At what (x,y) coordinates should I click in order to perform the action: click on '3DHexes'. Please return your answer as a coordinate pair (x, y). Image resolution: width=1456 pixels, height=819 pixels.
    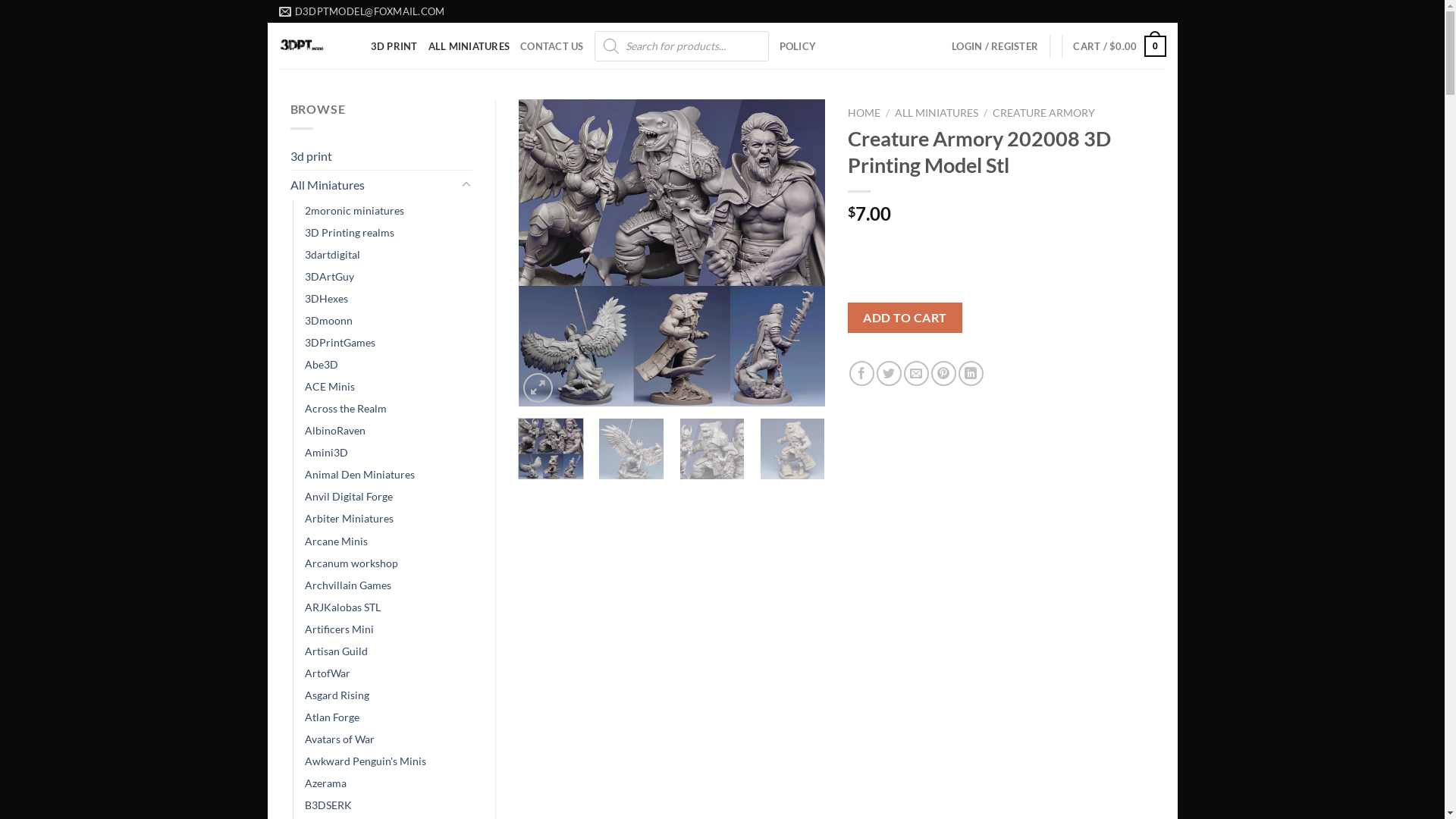
    Looking at the image, I should click on (325, 298).